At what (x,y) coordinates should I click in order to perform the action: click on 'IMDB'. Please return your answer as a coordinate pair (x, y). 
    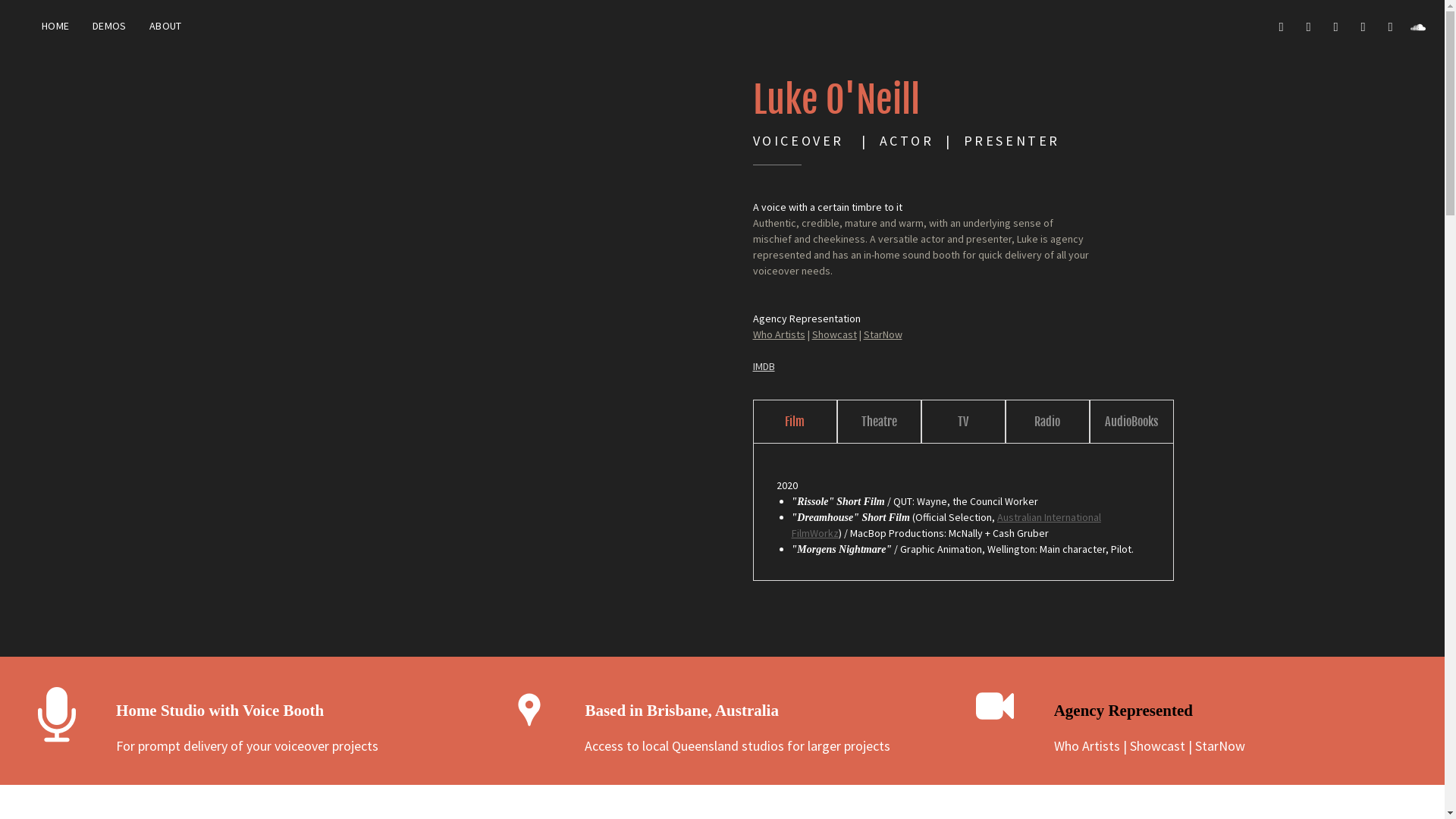
    Looking at the image, I should click on (752, 366).